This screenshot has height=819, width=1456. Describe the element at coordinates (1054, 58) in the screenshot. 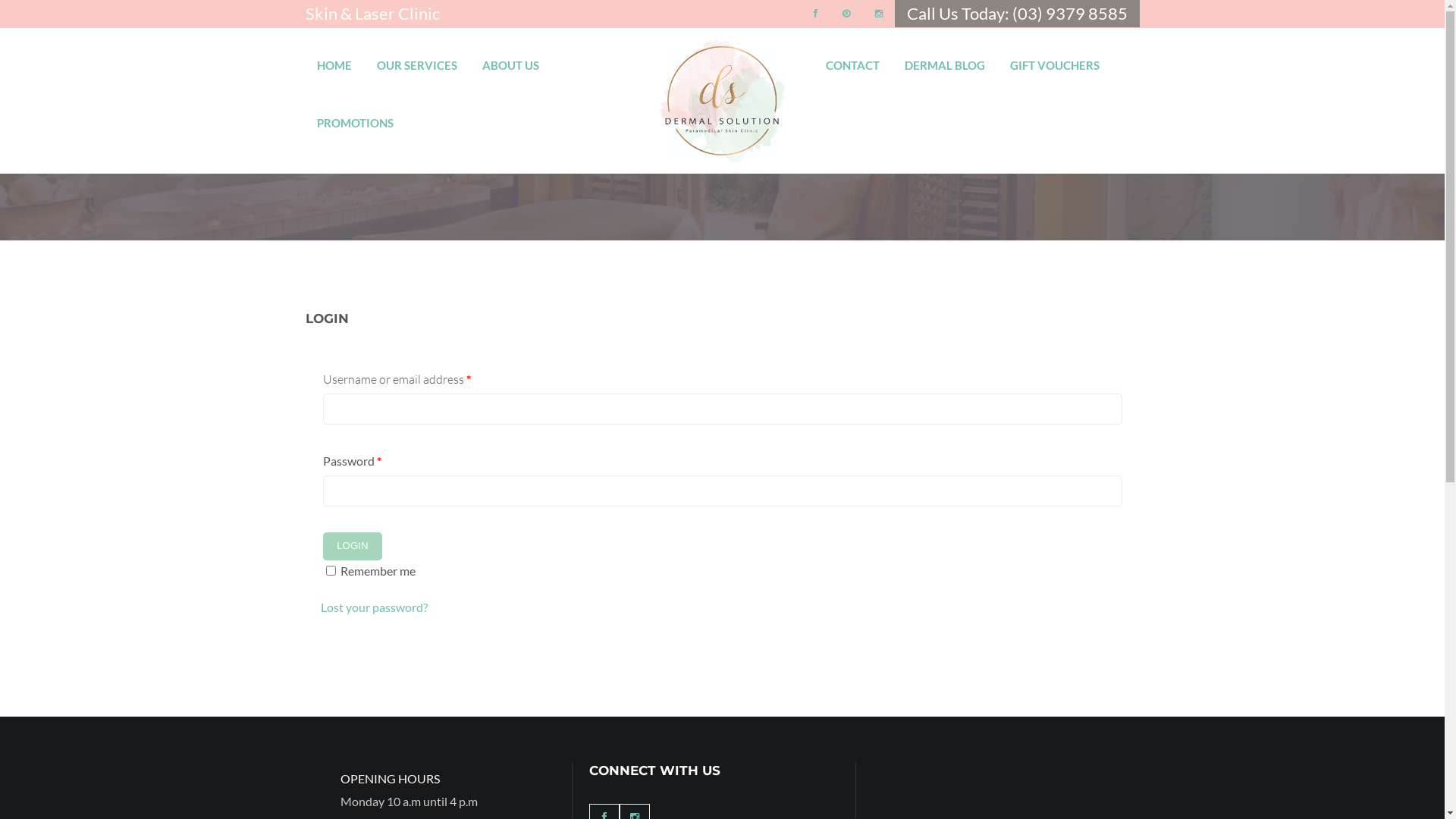

I see `'GIFT VOUCHERS'` at that location.